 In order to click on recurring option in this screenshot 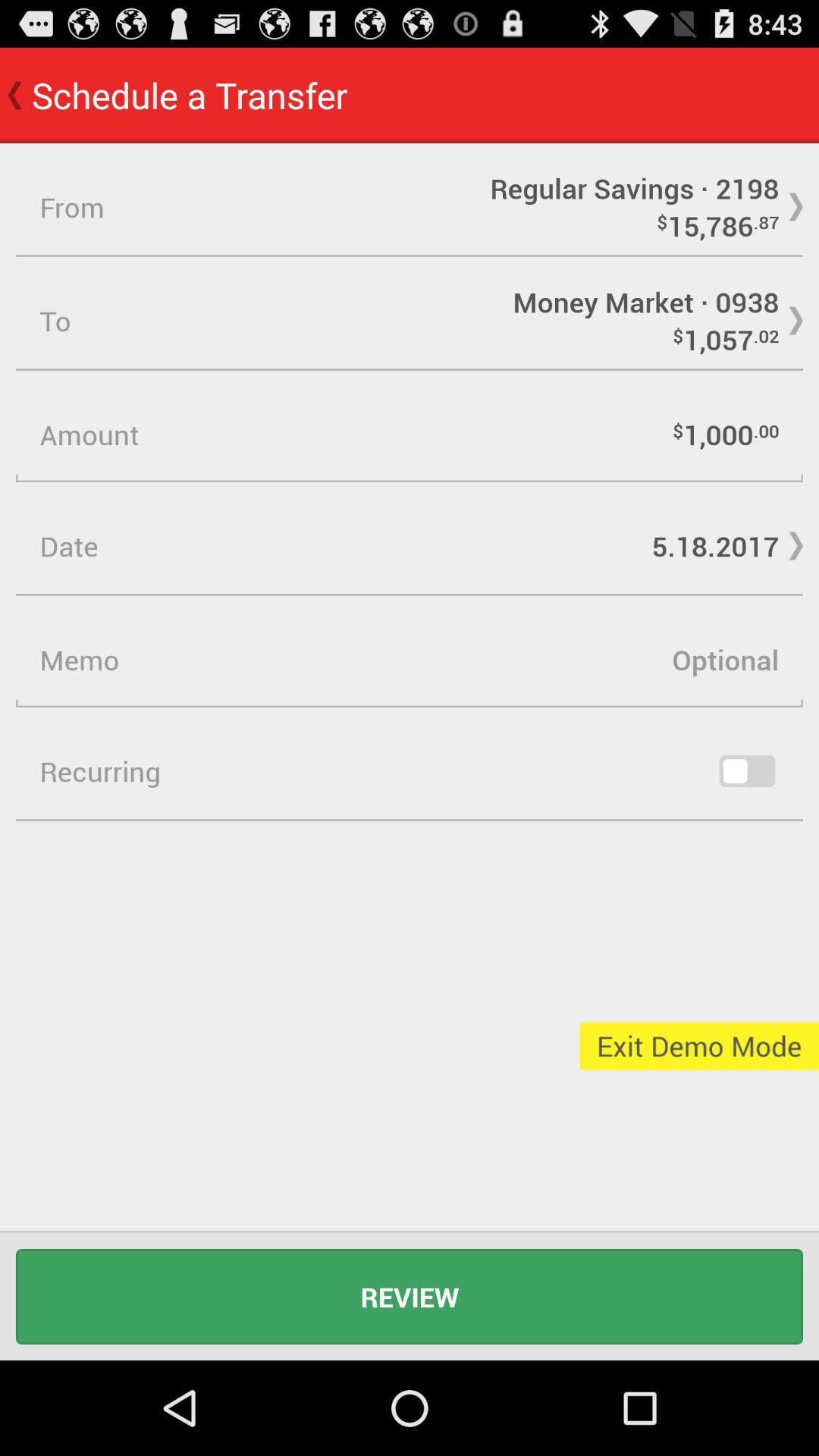, I will do `click(746, 771)`.